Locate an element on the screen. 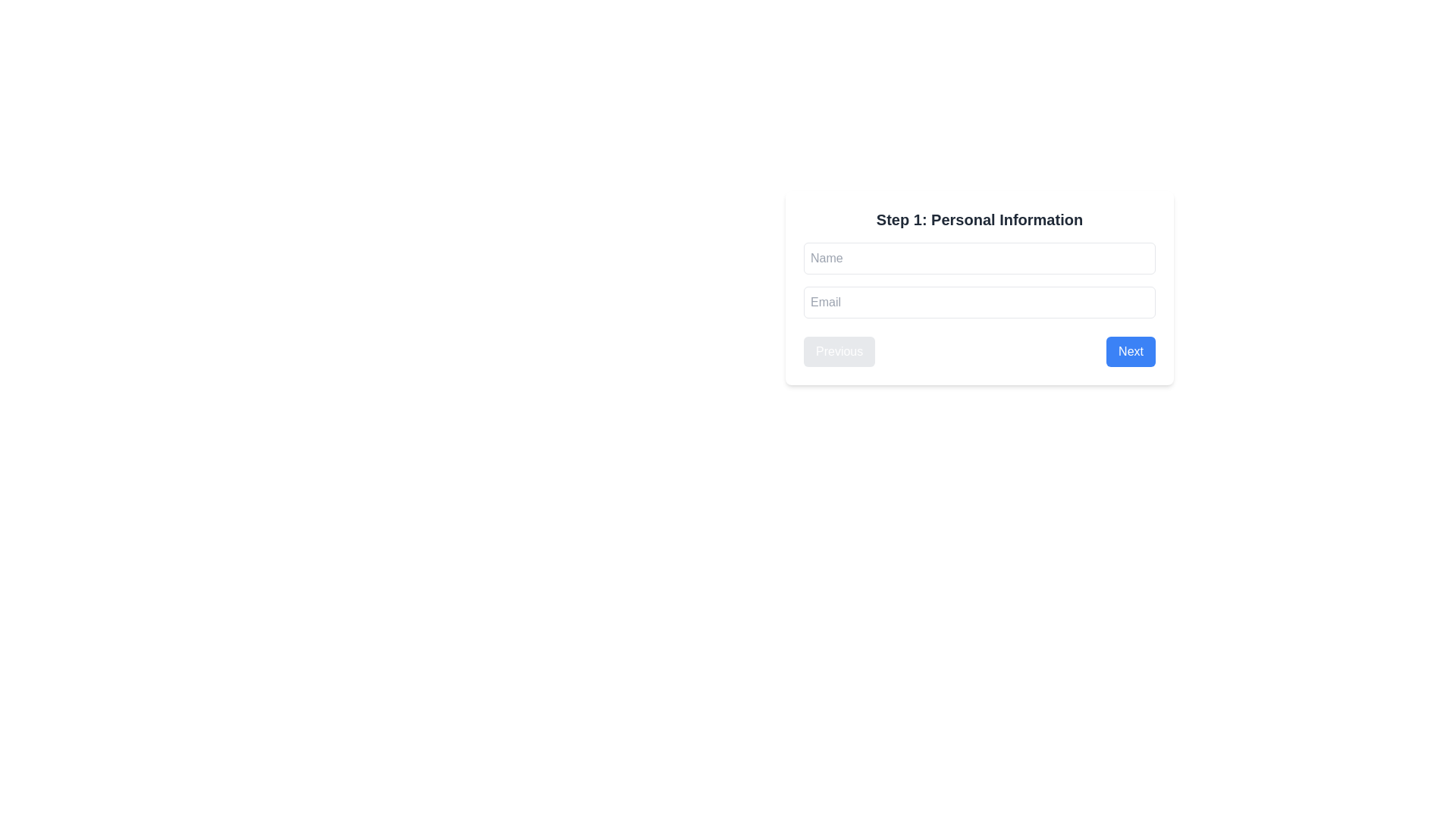 Image resolution: width=1456 pixels, height=819 pixels. the horizontal button group containing 'Previous' and 'Next' buttons, specifically designed for navigation in the 'Step 1: Personal Information' form is located at coordinates (979, 351).